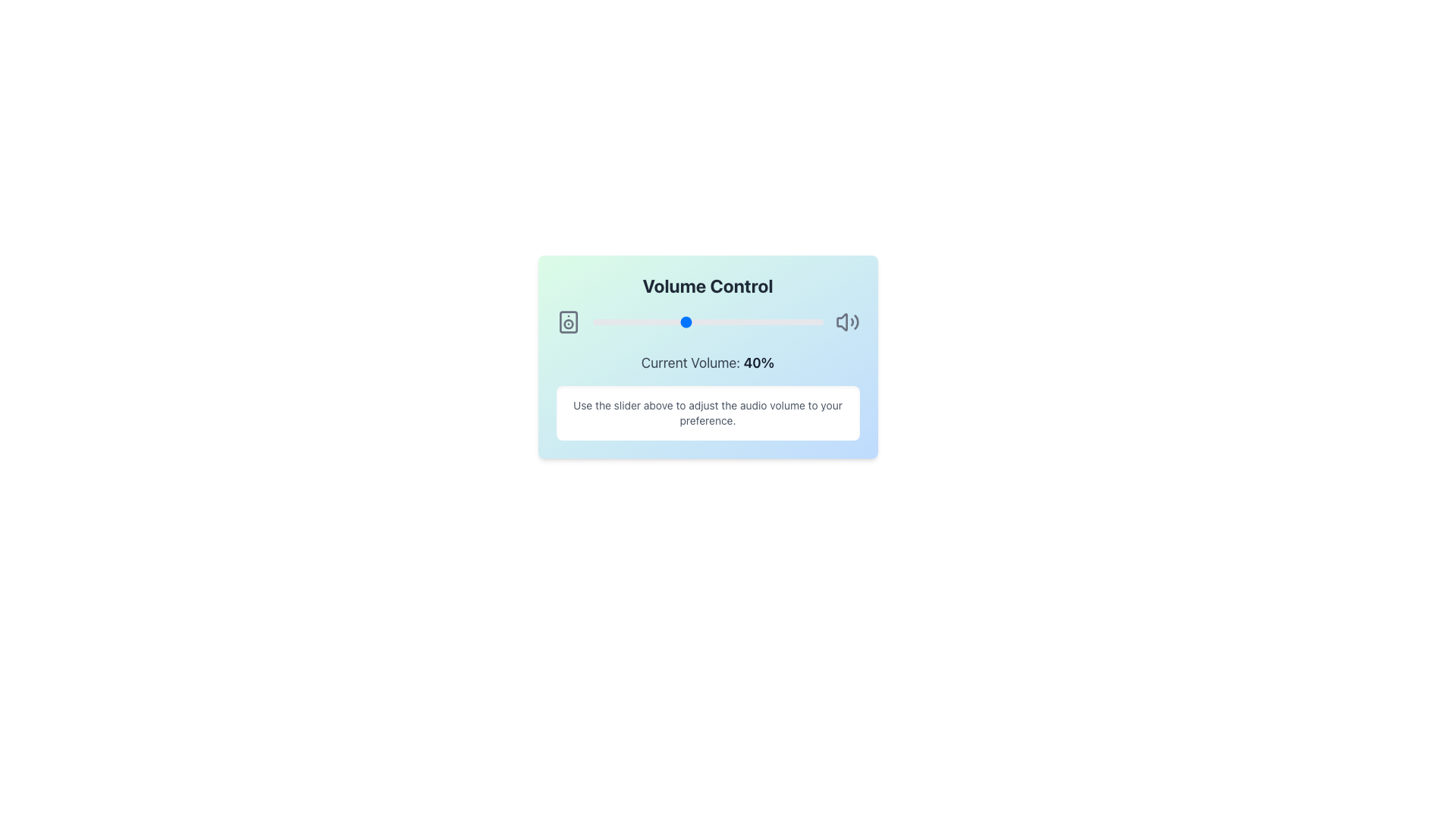 The height and width of the screenshot is (819, 1456). Describe the element at coordinates (742, 321) in the screenshot. I see `the volume level` at that location.